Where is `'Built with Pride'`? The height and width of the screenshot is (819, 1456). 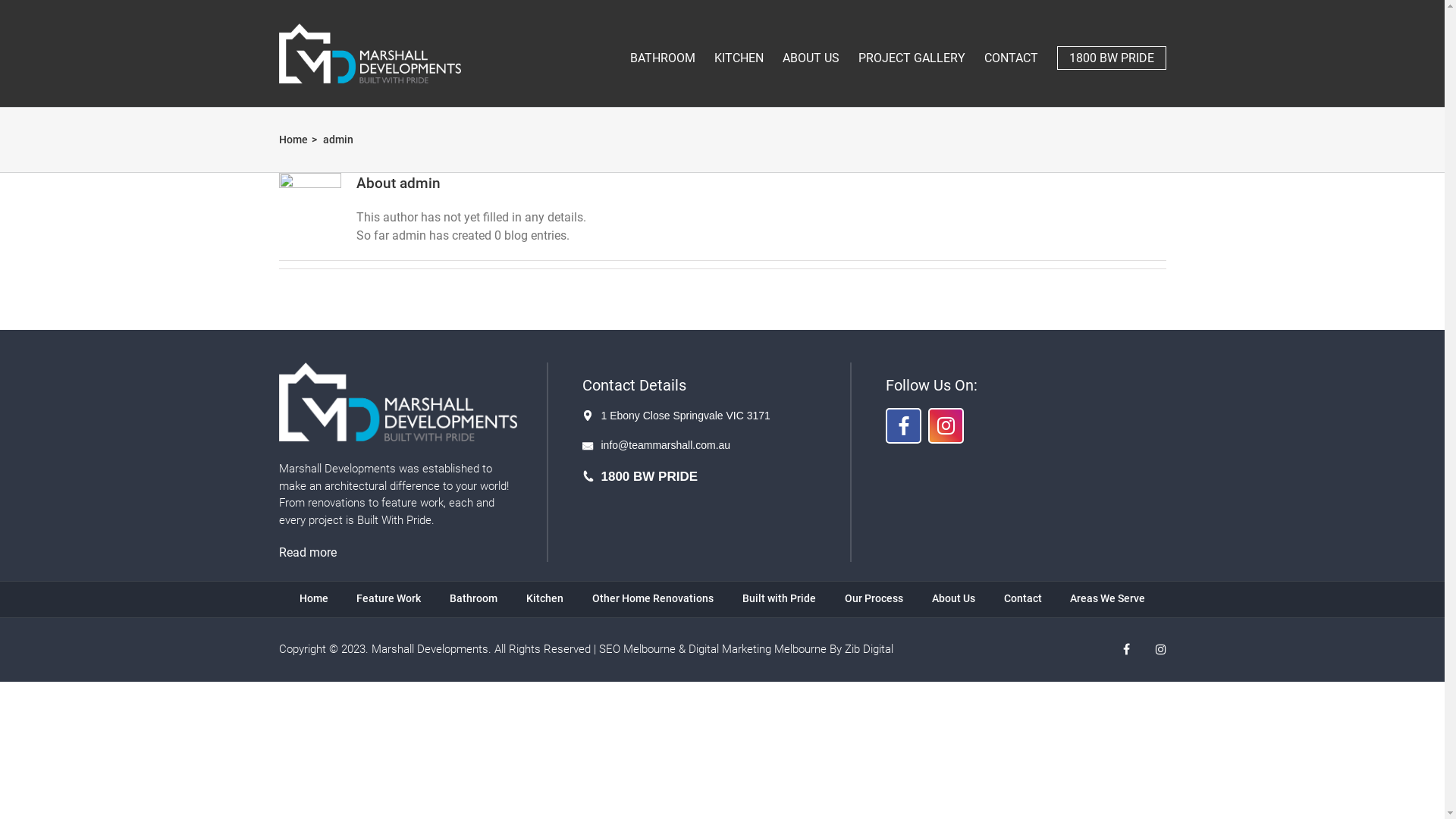
'Built with Pride' is located at coordinates (779, 598).